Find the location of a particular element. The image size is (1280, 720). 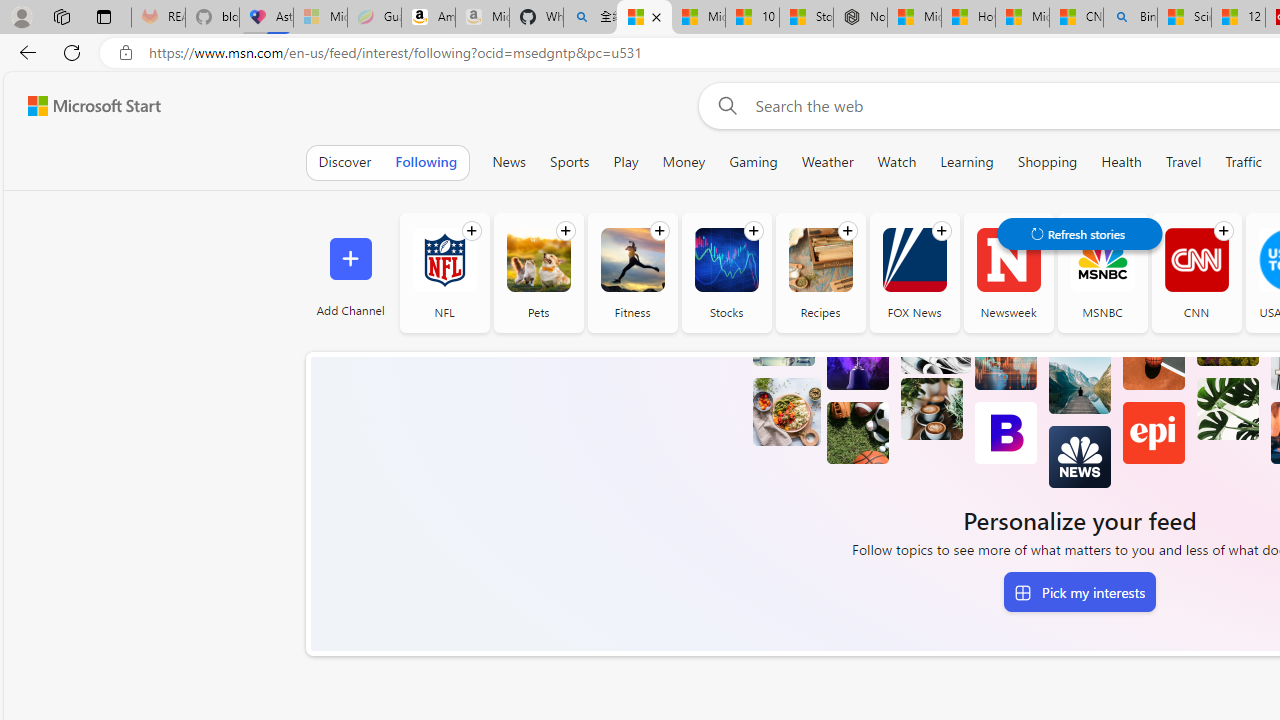

'Sports' is located at coordinates (568, 161).